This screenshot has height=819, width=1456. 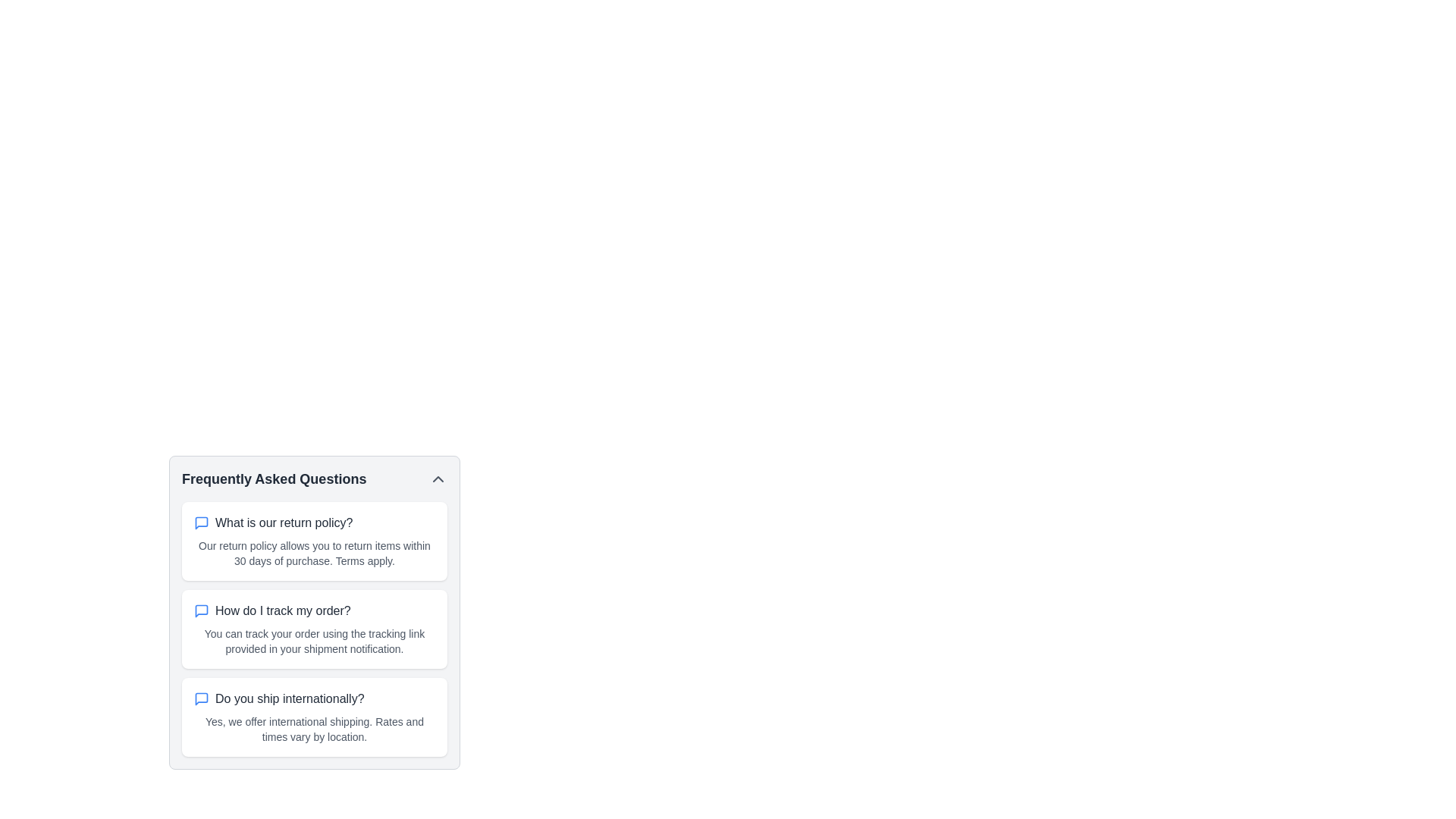 I want to click on the text block element that contains the message "You can track your order using the tracking link provided in your shipment notification." which is located under the question "How do I track my order?" in the FAQ section, so click(x=313, y=641).